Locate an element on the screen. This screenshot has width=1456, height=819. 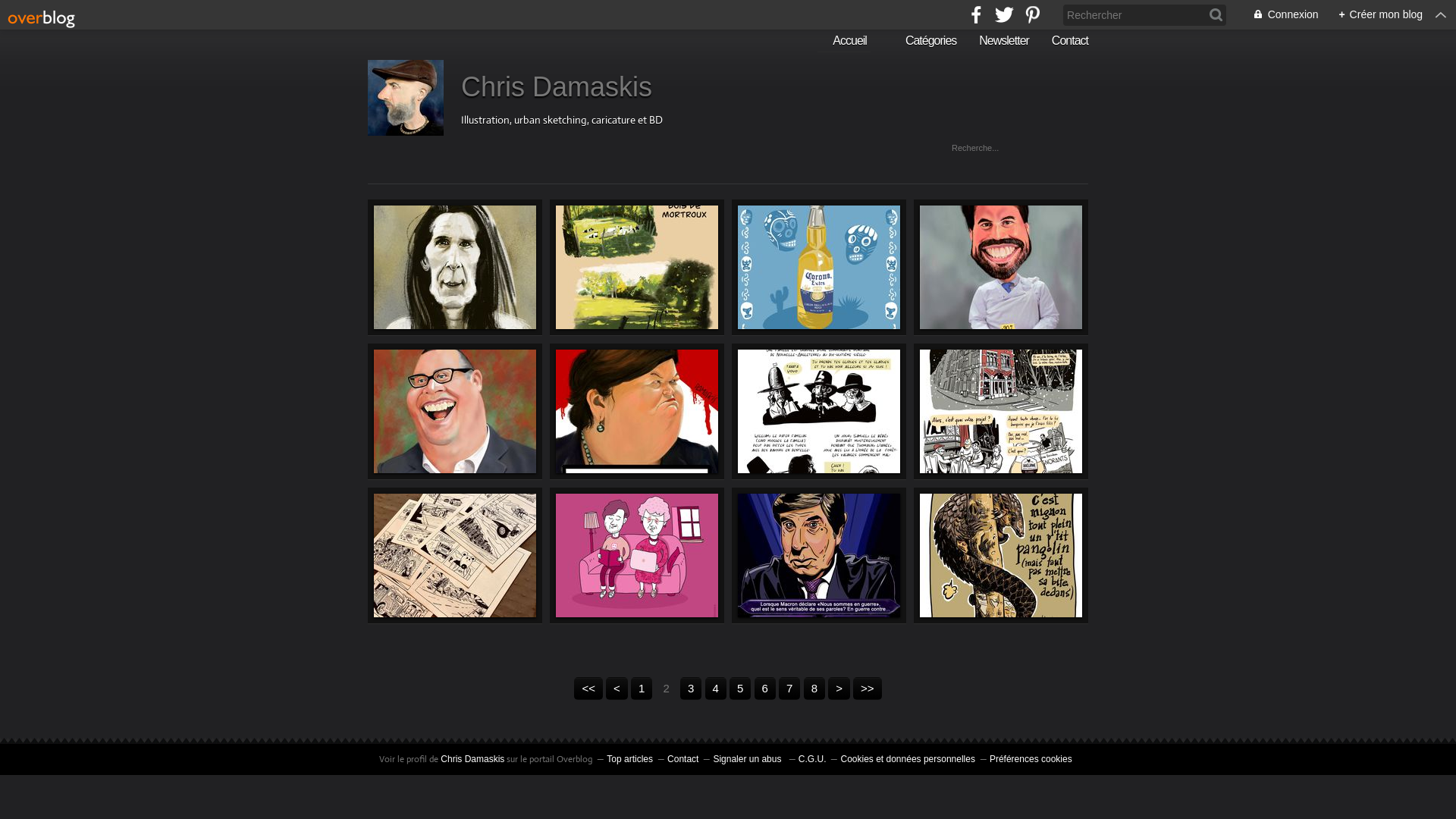
'C.G.U.' is located at coordinates (811, 759).